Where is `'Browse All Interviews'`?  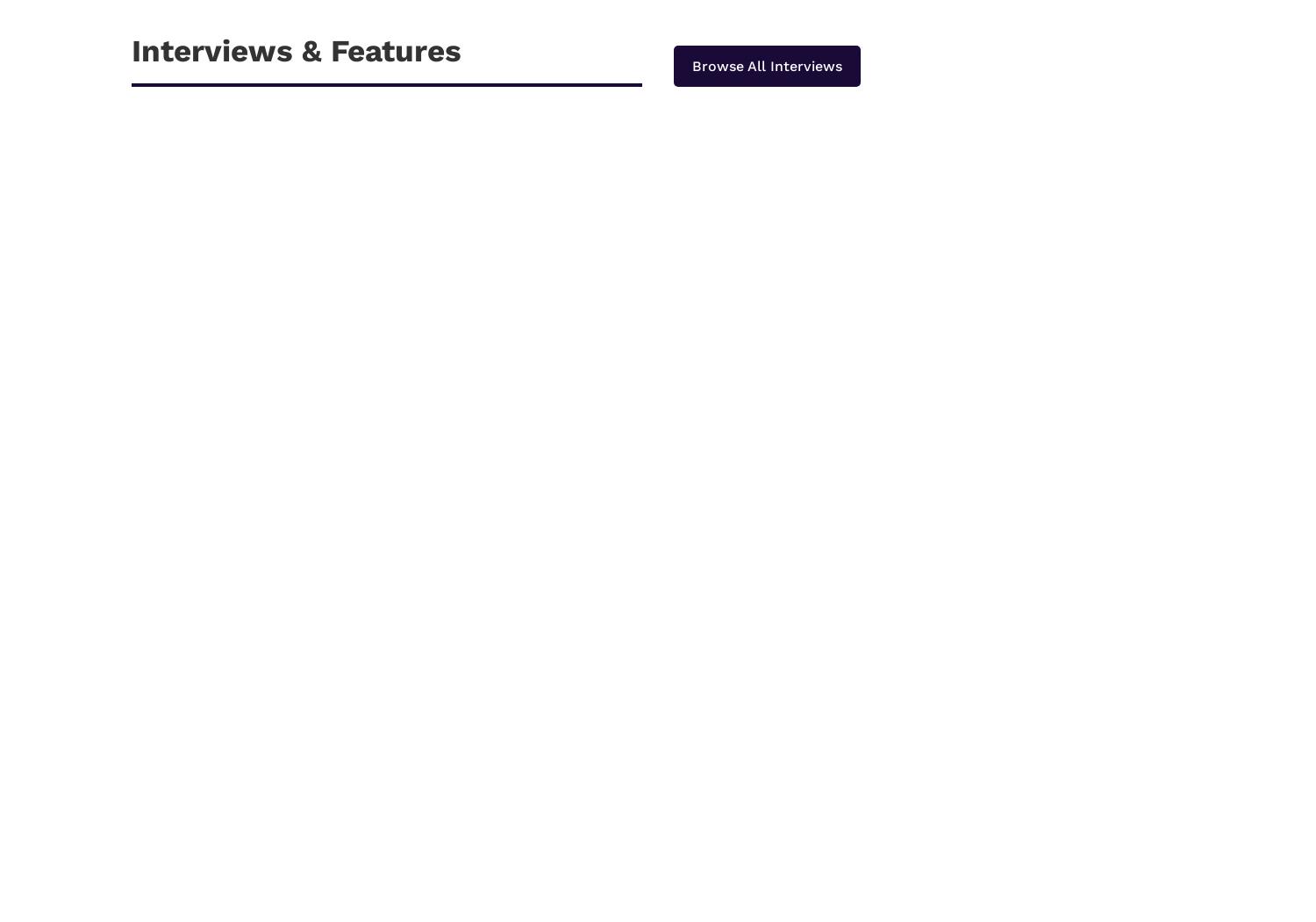
'Browse All Interviews' is located at coordinates (692, 65).